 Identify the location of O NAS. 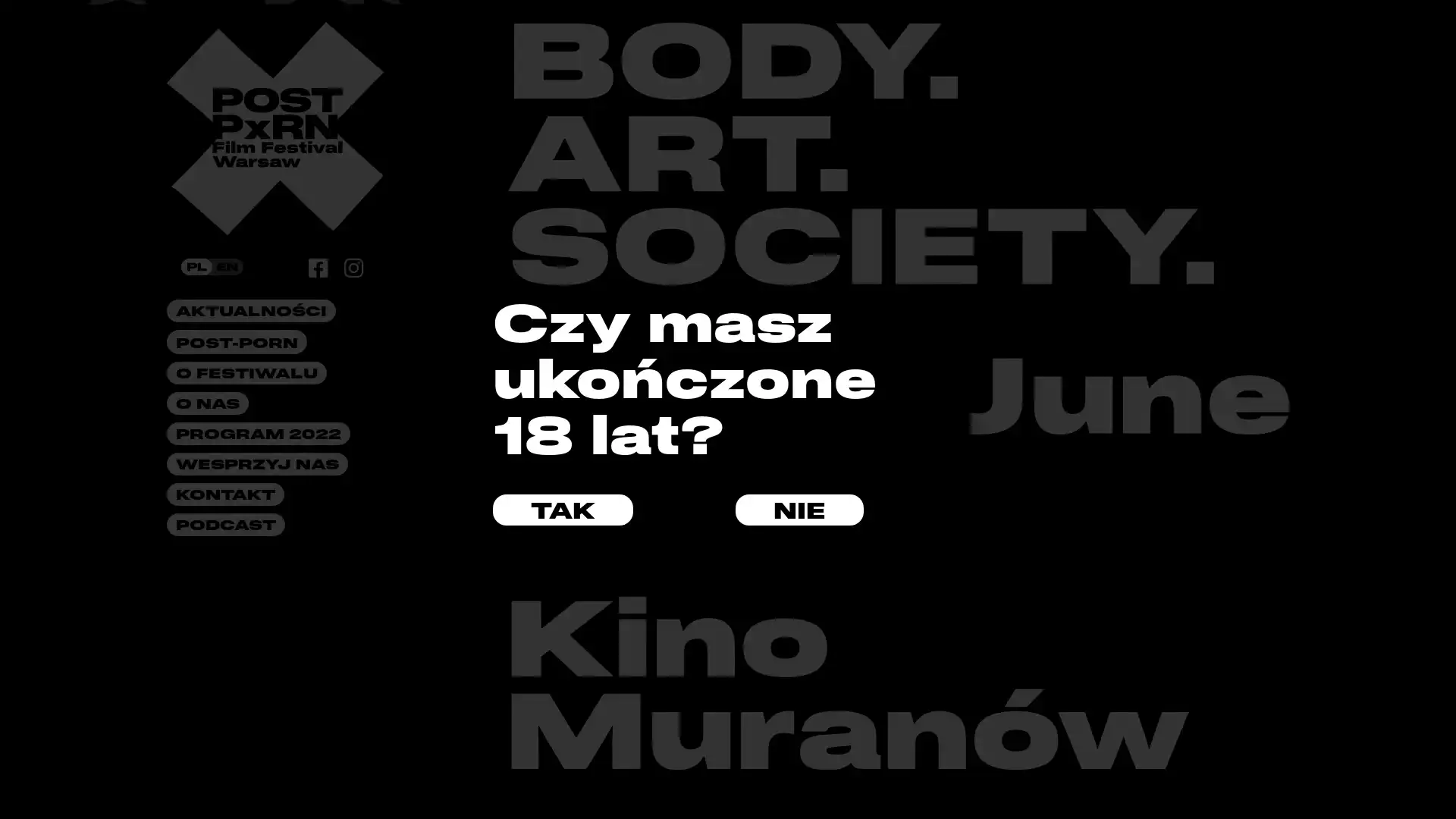
(206, 403).